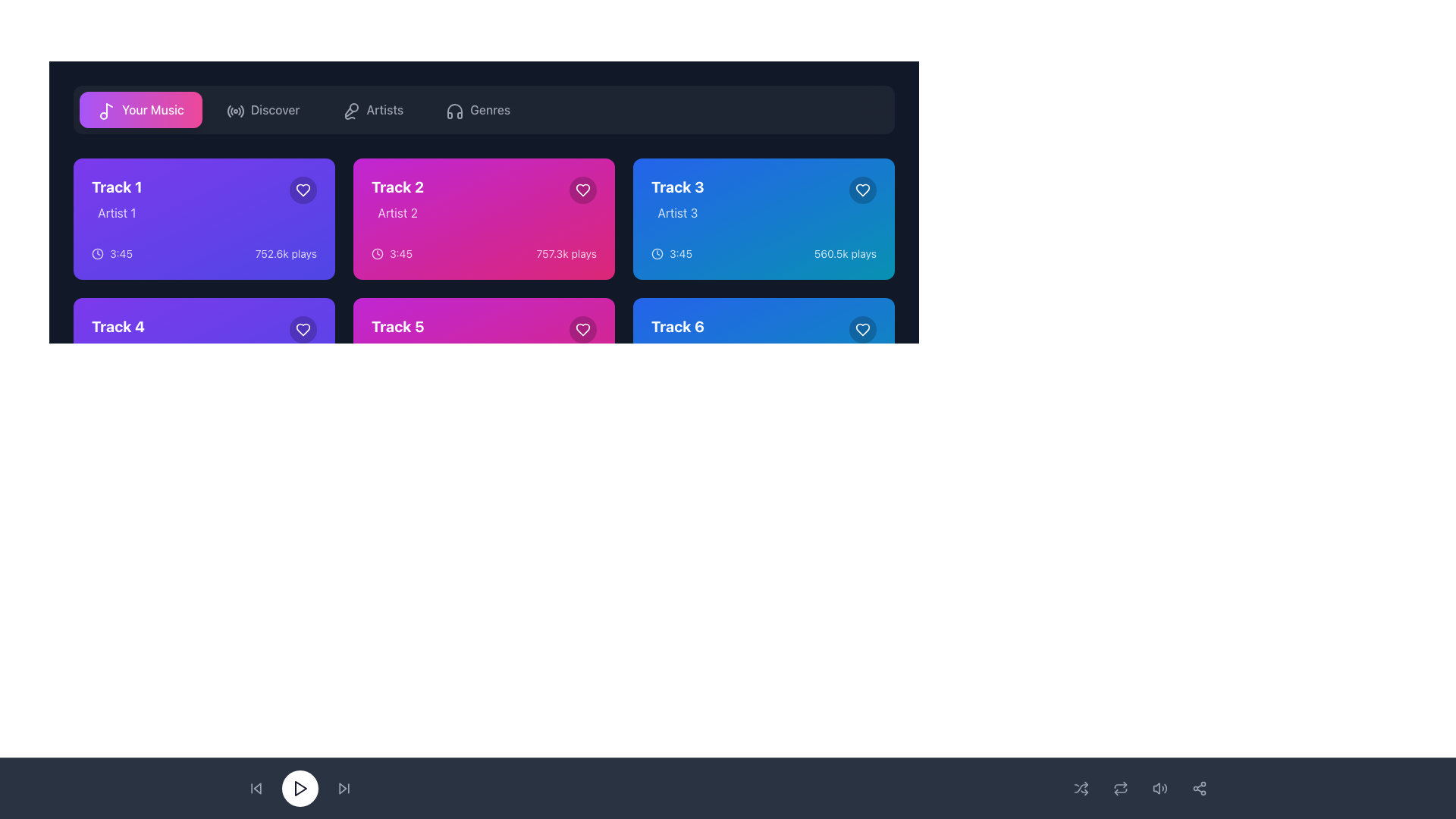 The image size is (1456, 819). I want to click on the heart icon in the top-right corner of the 'Track 6' card to mark the track as favorite, so click(862, 329).